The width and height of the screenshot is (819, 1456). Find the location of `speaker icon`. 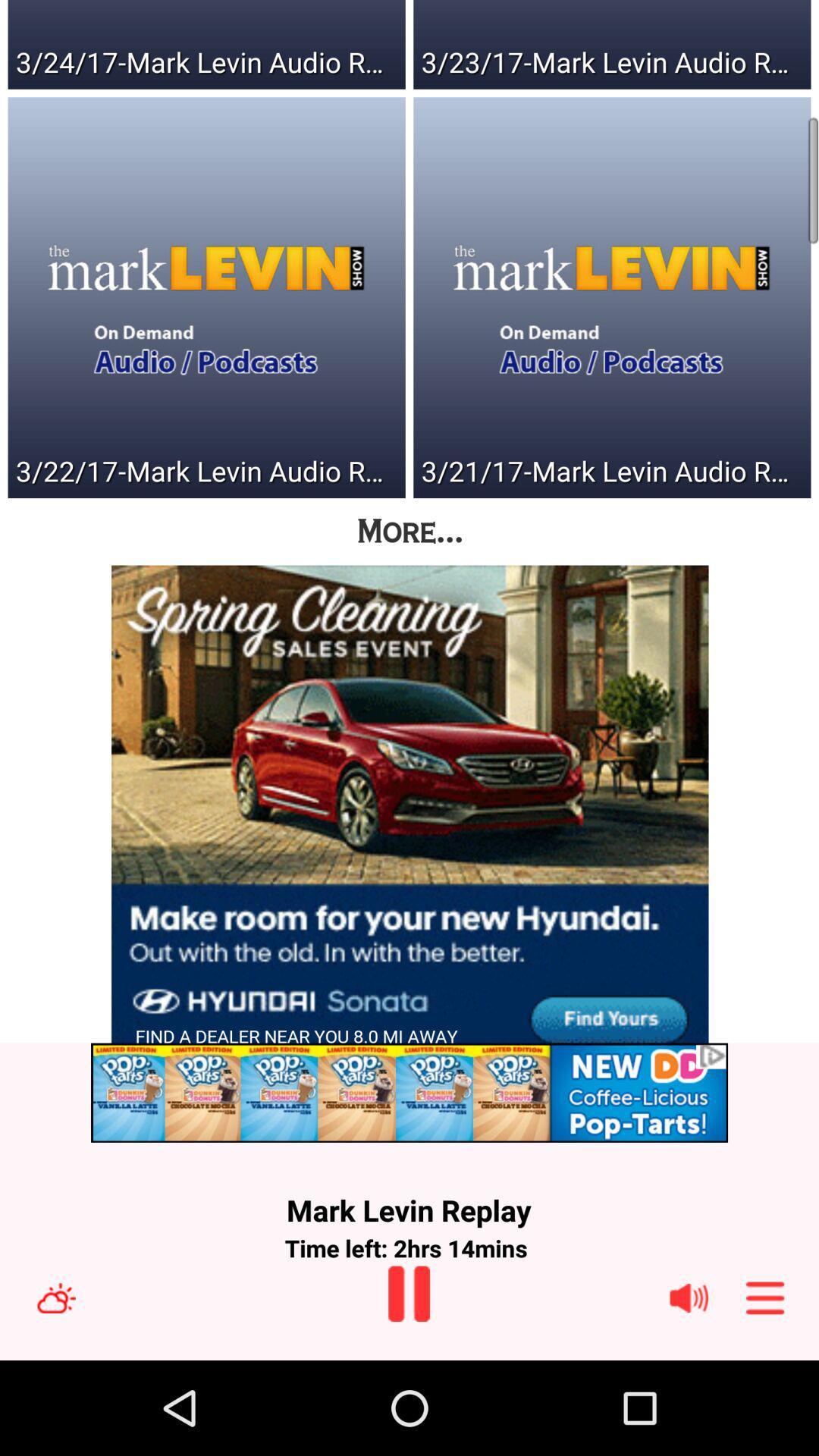

speaker icon is located at coordinates (689, 1297).